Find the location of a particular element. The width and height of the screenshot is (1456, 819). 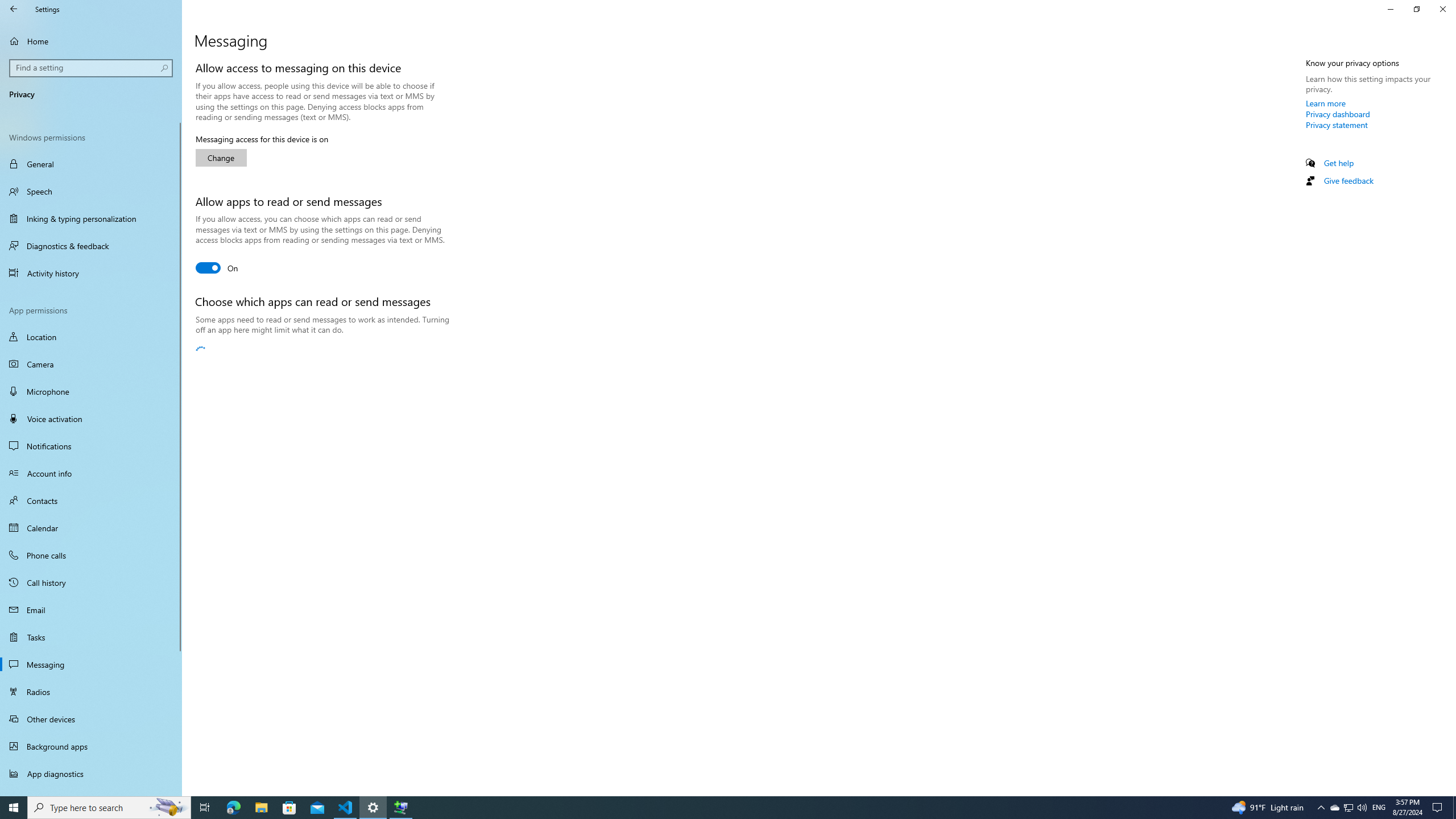

'Other devices' is located at coordinates (90, 718).